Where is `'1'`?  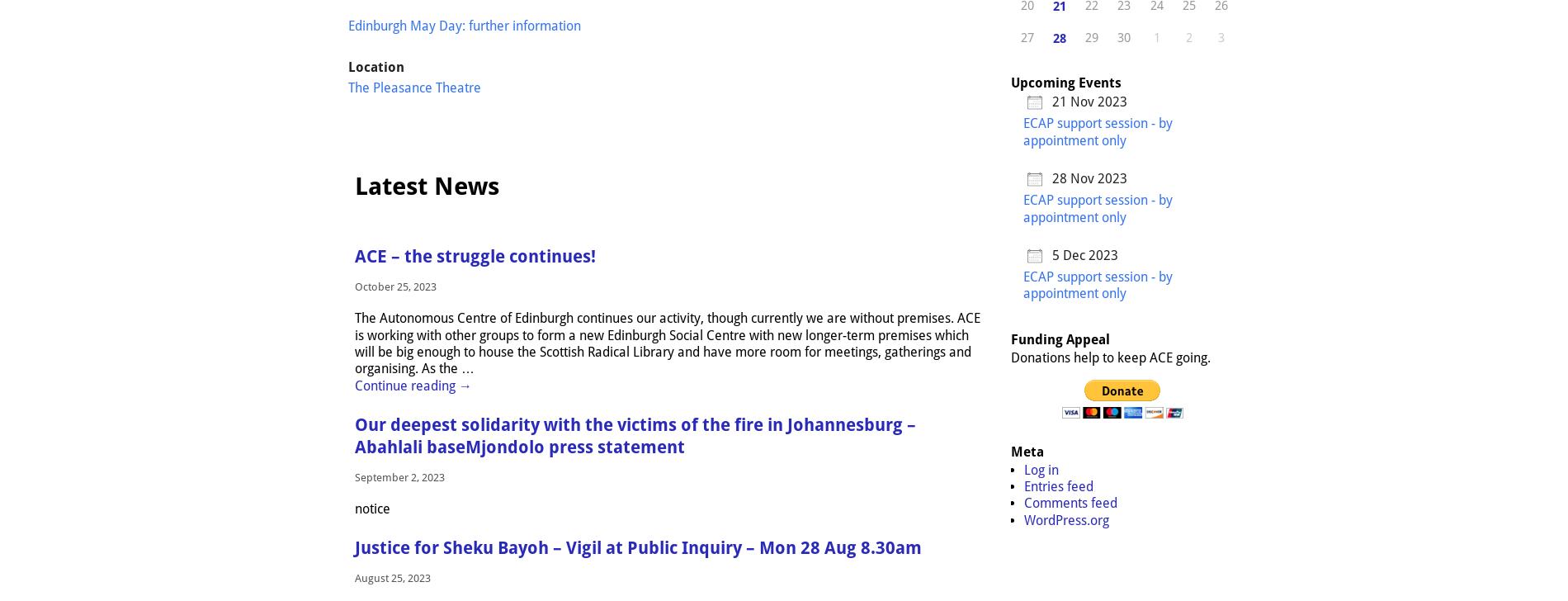
'1' is located at coordinates (1155, 36).